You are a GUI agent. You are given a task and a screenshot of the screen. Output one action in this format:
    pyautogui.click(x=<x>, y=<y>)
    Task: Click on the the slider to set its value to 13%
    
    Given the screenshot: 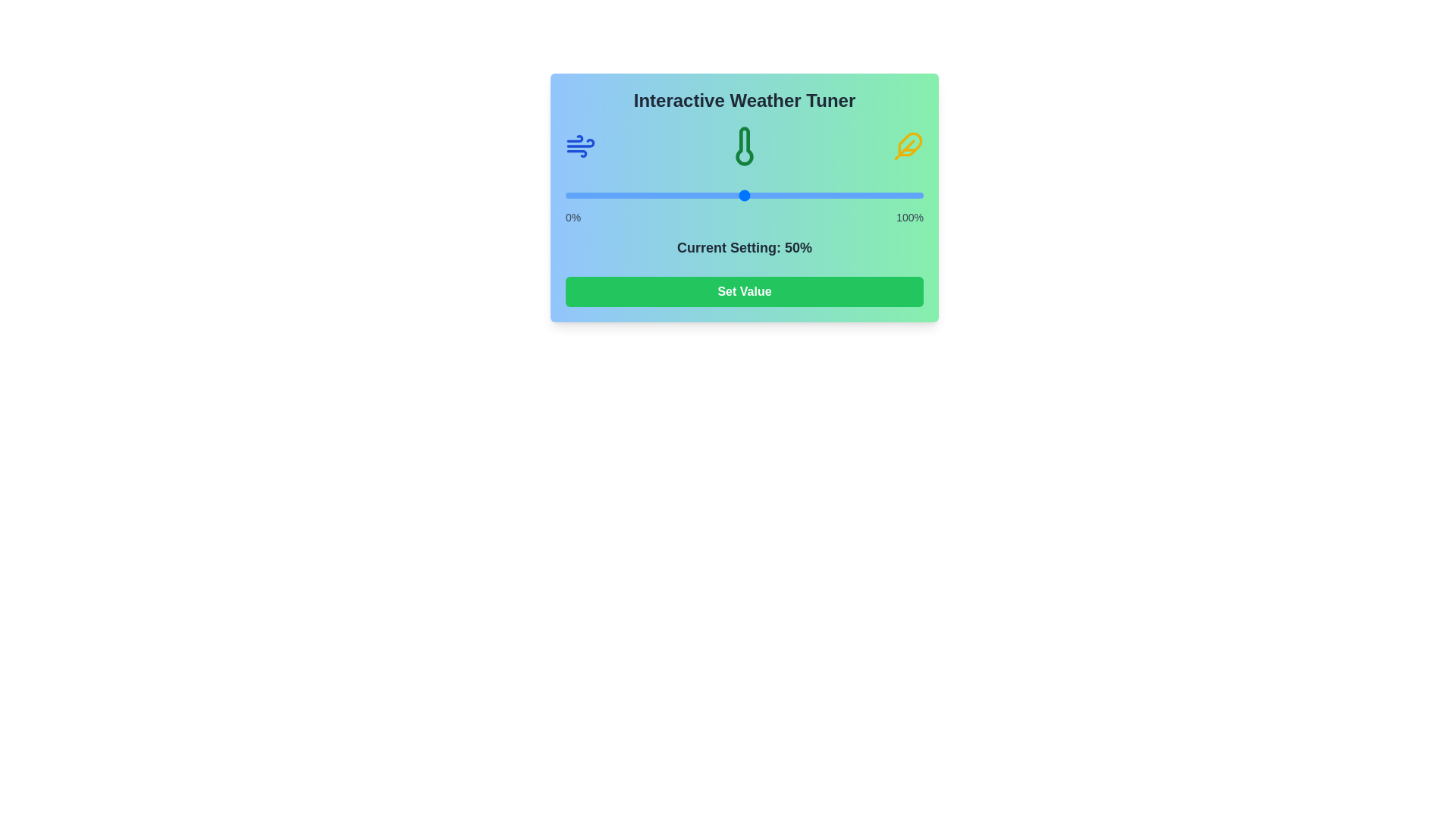 What is the action you would take?
    pyautogui.click(x=612, y=195)
    